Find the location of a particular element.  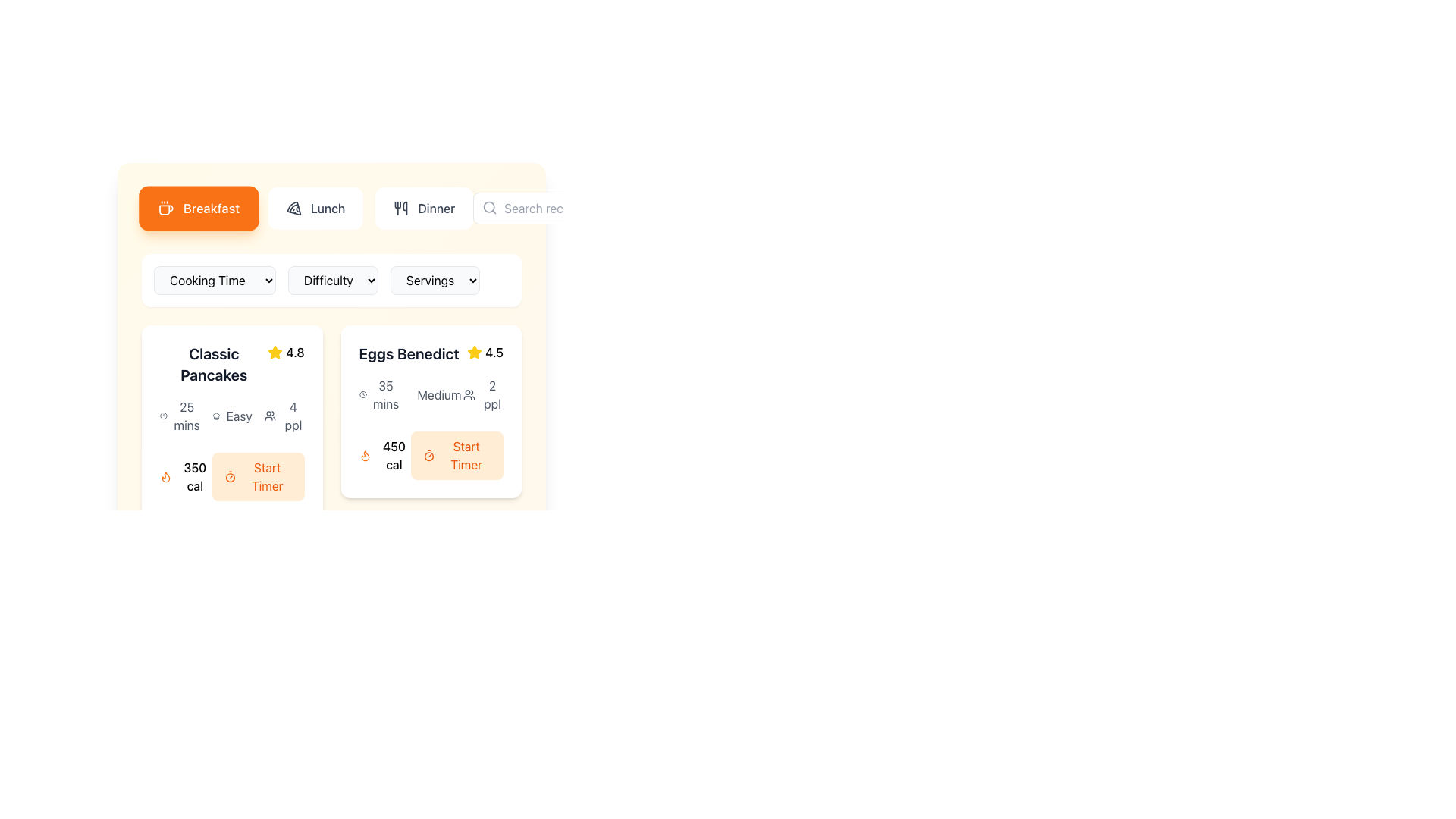

the 'Dinner' category selector element located on the horizontal navigation bar is located at coordinates (435, 208).